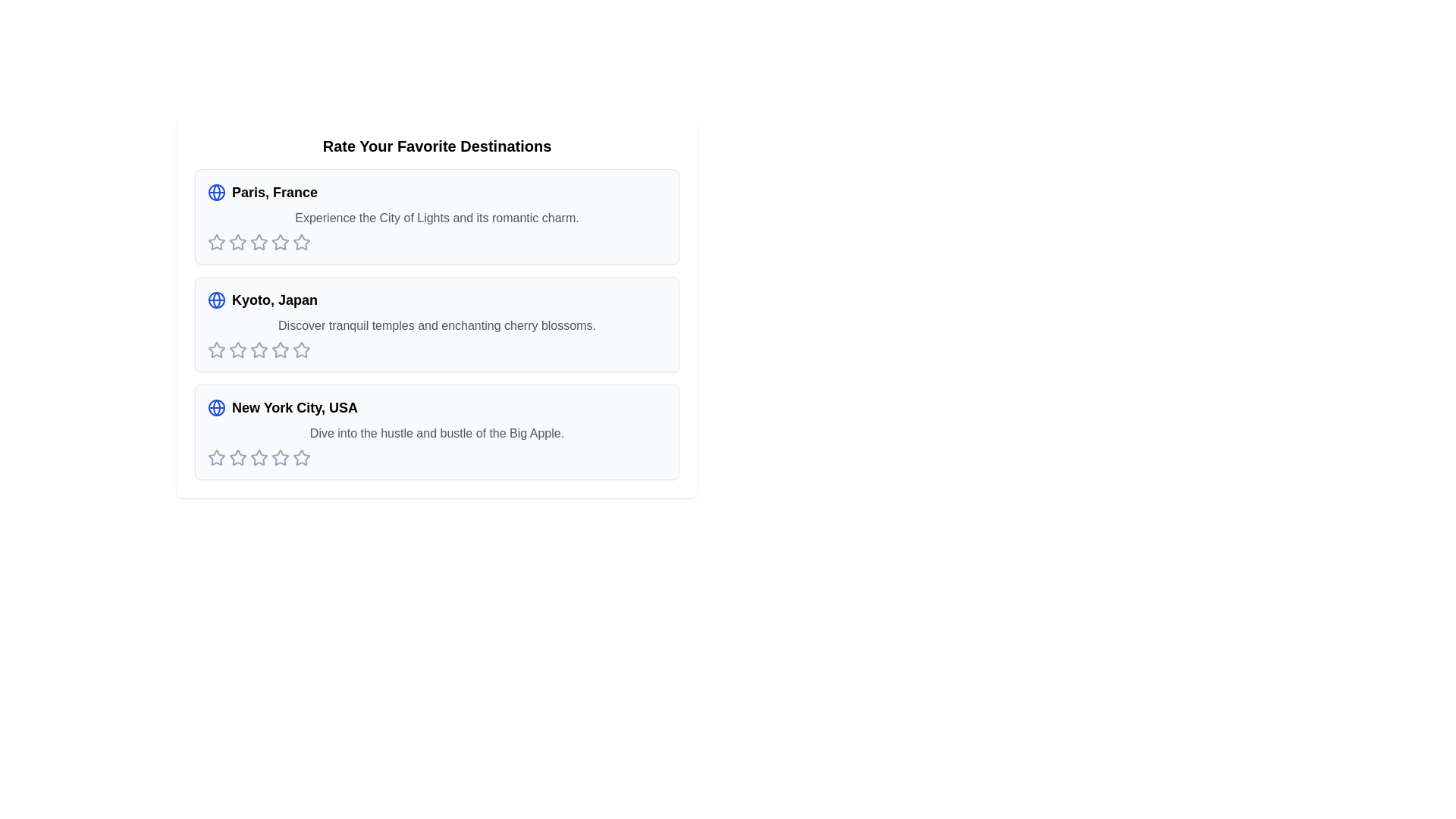 The width and height of the screenshot is (1456, 819). What do you see at coordinates (237, 457) in the screenshot?
I see `the second star-shaped rating icon located below the 'New York City, USA' entry in the rating list for an interactive effect` at bounding box center [237, 457].